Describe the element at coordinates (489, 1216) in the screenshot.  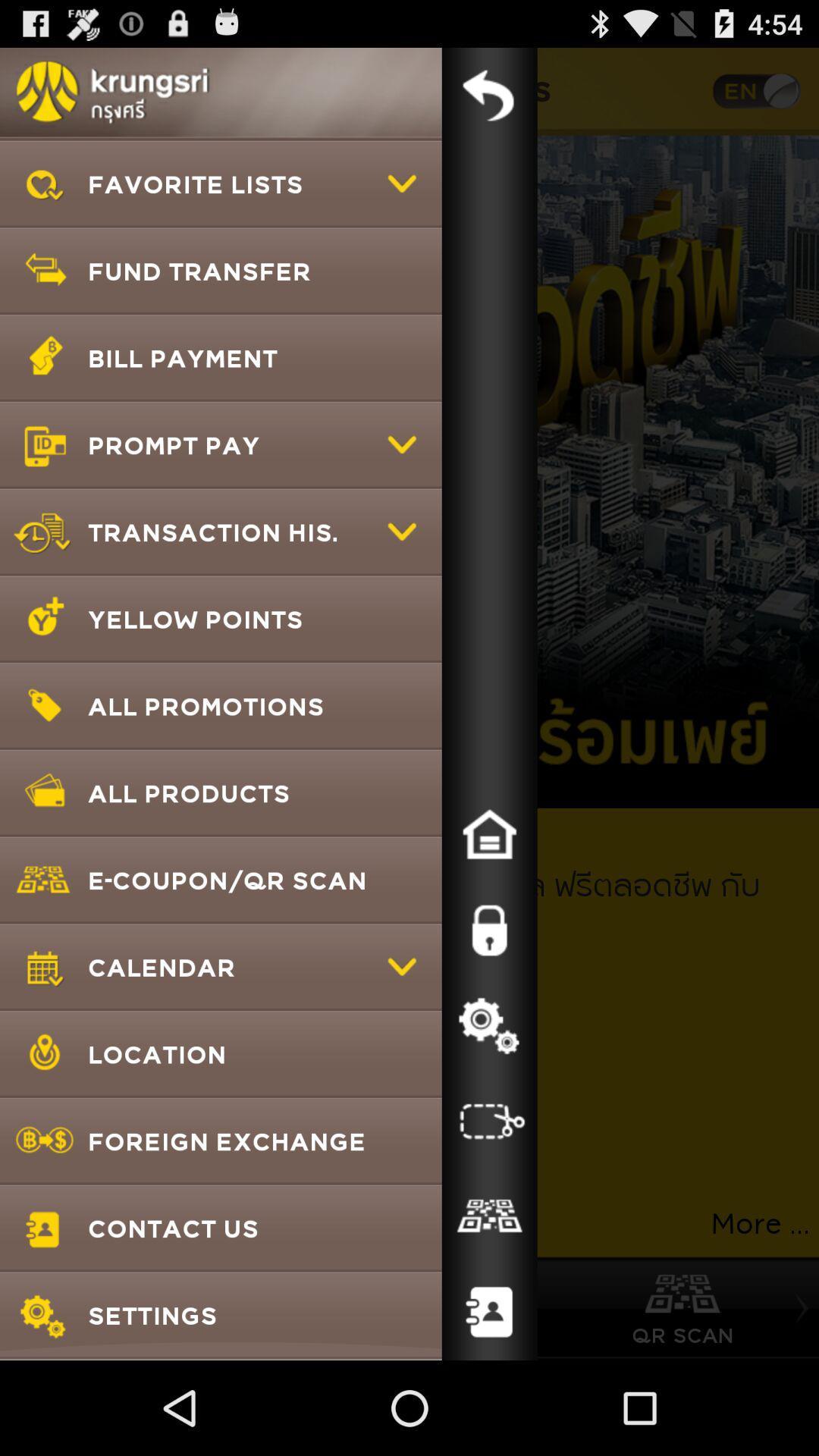
I see `qr code` at that location.